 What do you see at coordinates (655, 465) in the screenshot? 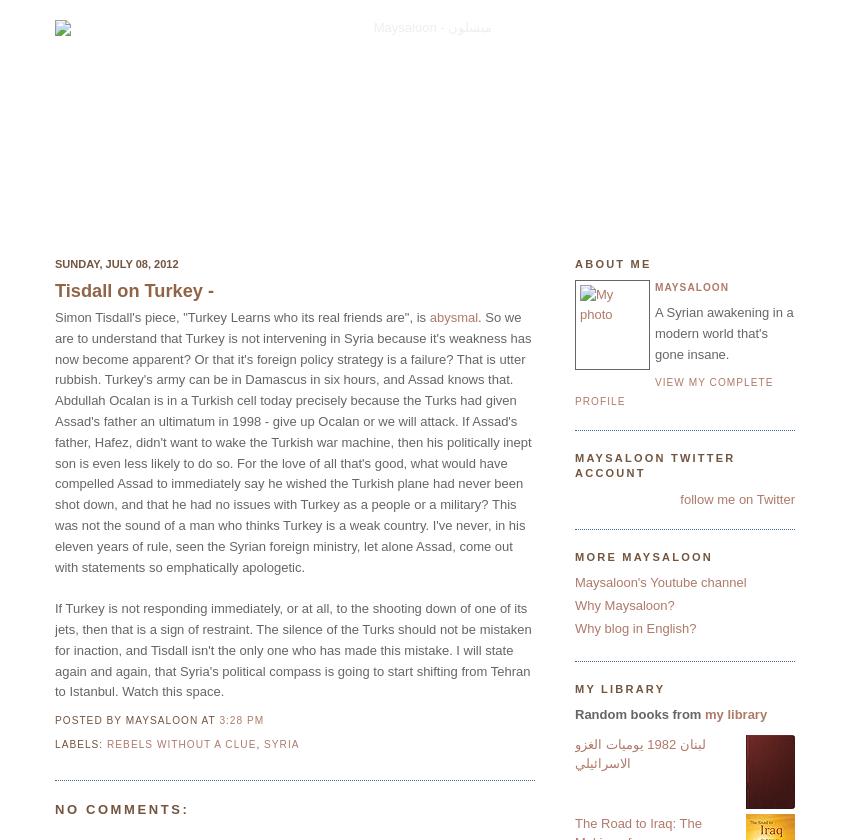
I see `'Maysaloon Twitter Account'` at bounding box center [655, 465].